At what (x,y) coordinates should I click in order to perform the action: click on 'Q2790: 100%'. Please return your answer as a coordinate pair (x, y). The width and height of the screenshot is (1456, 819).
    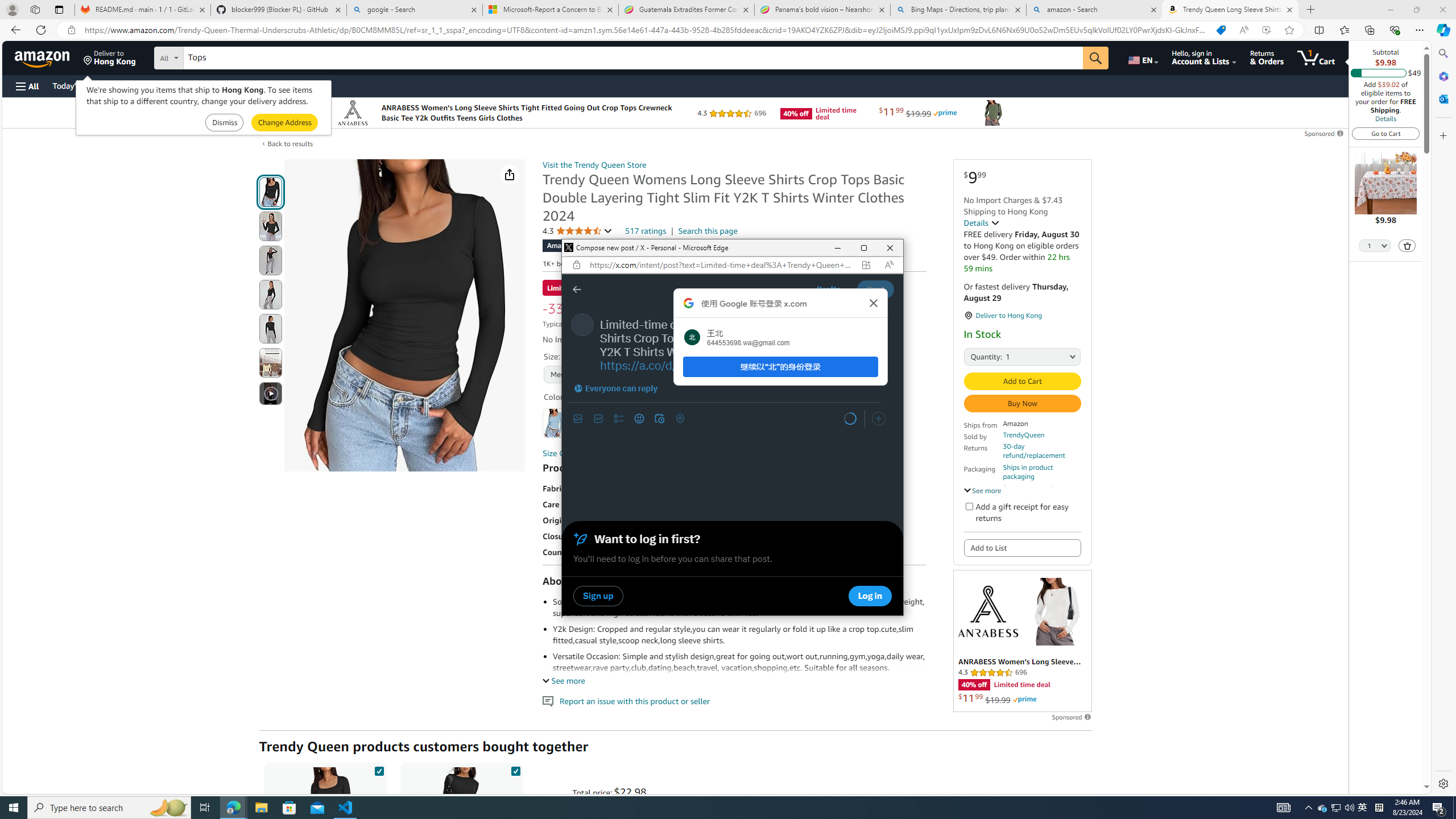
    Looking at the image, I should click on (1349, 806).